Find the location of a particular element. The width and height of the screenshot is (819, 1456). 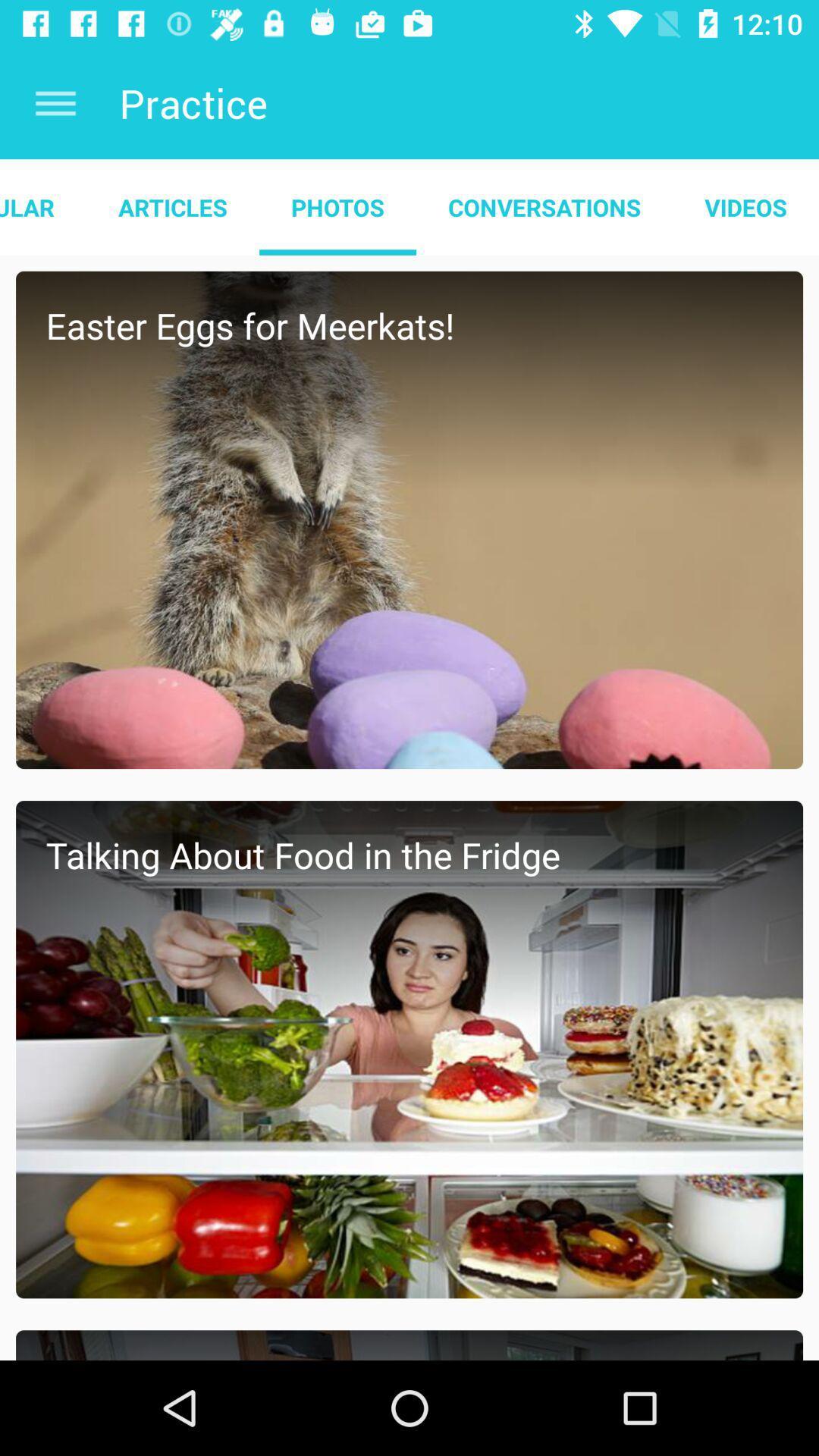

app next to the popular item is located at coordinates (171, 206).